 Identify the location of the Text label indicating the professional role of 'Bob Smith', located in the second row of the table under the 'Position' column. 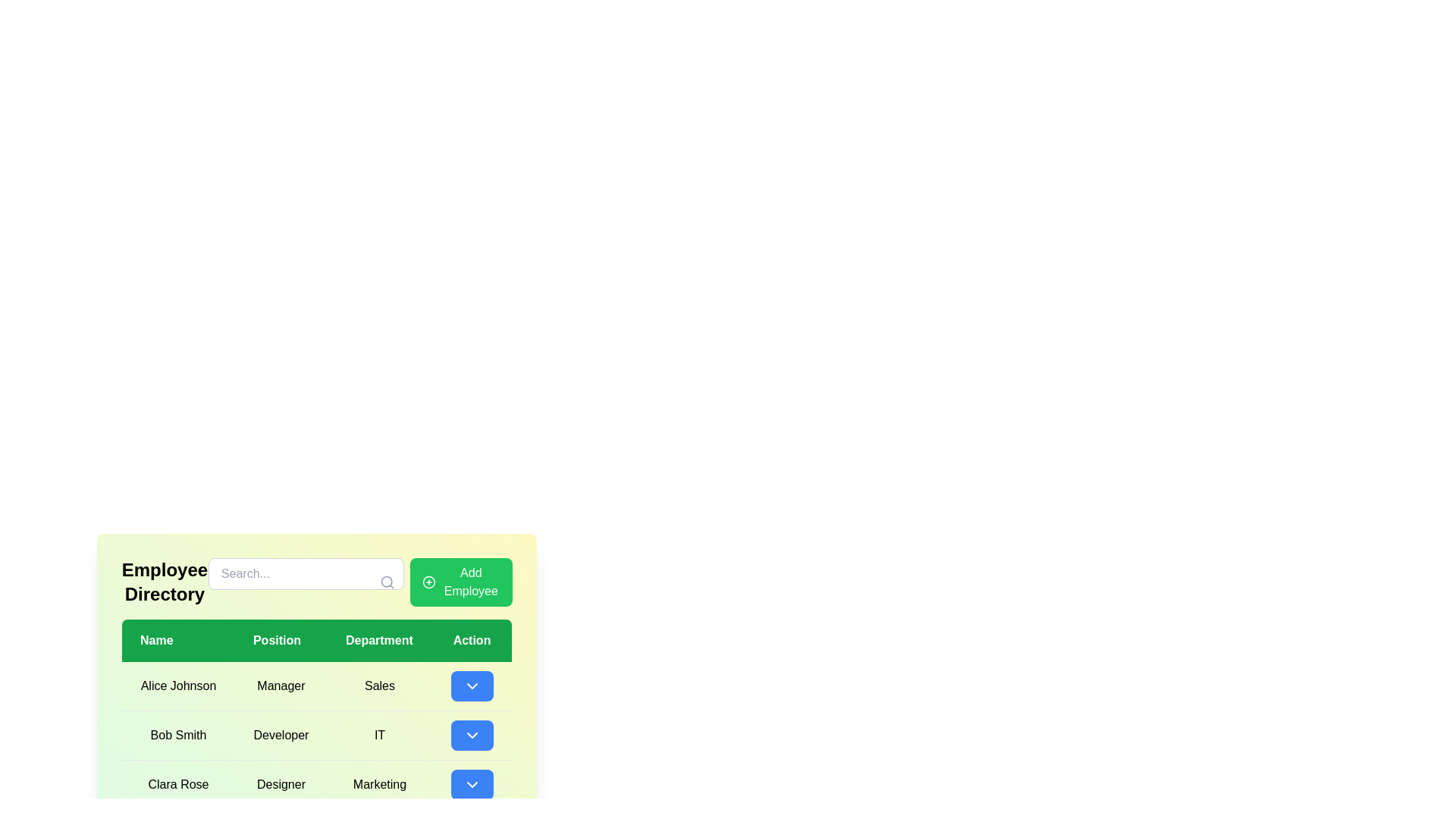
(281, 734).